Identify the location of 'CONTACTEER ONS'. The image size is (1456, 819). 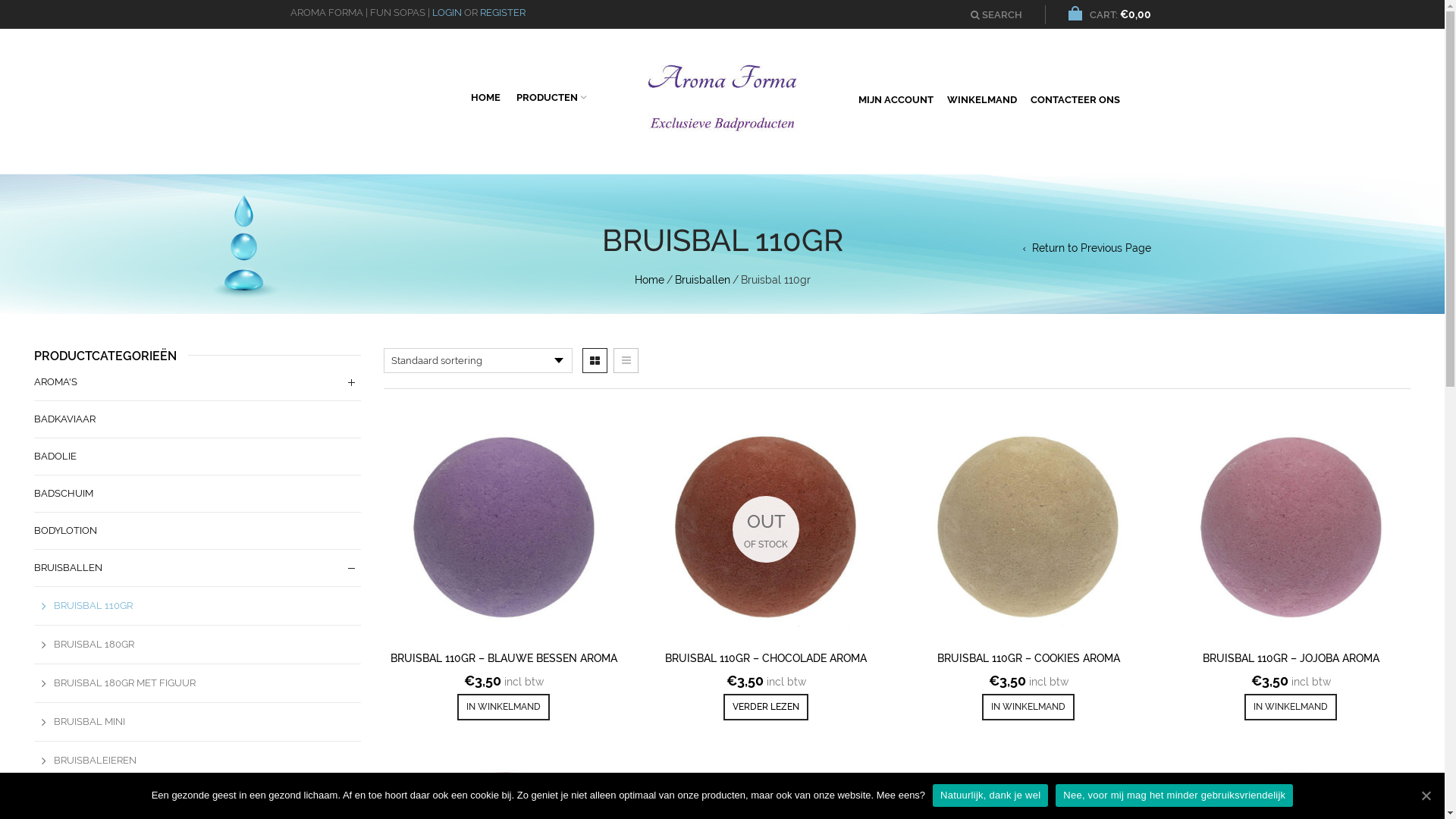
(1074, 97).